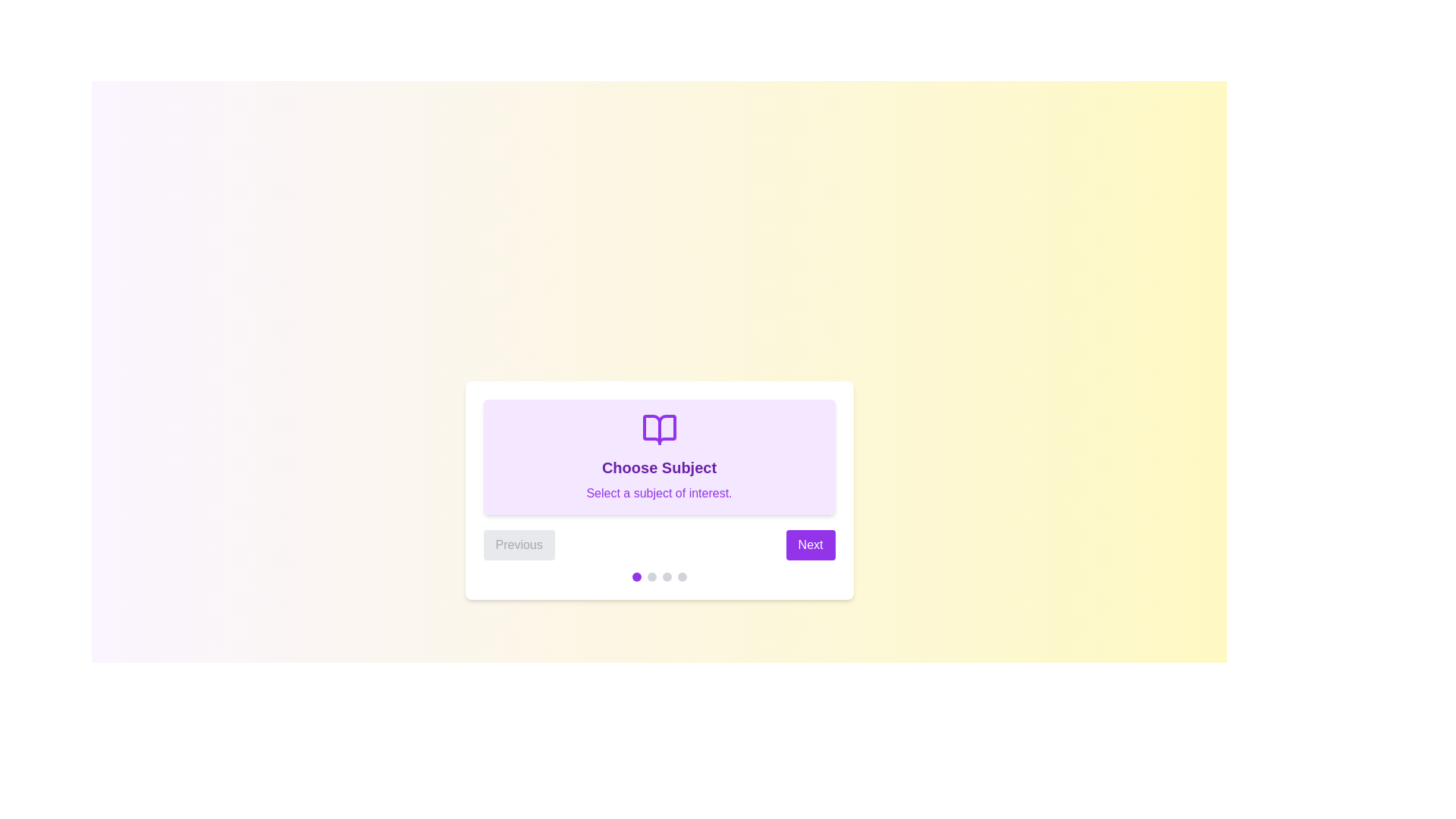 Image resolution: width=1456 pixels, height=819 pixels. I want to click on the 'Next' button to navigate to the next step, so click(810, 544).